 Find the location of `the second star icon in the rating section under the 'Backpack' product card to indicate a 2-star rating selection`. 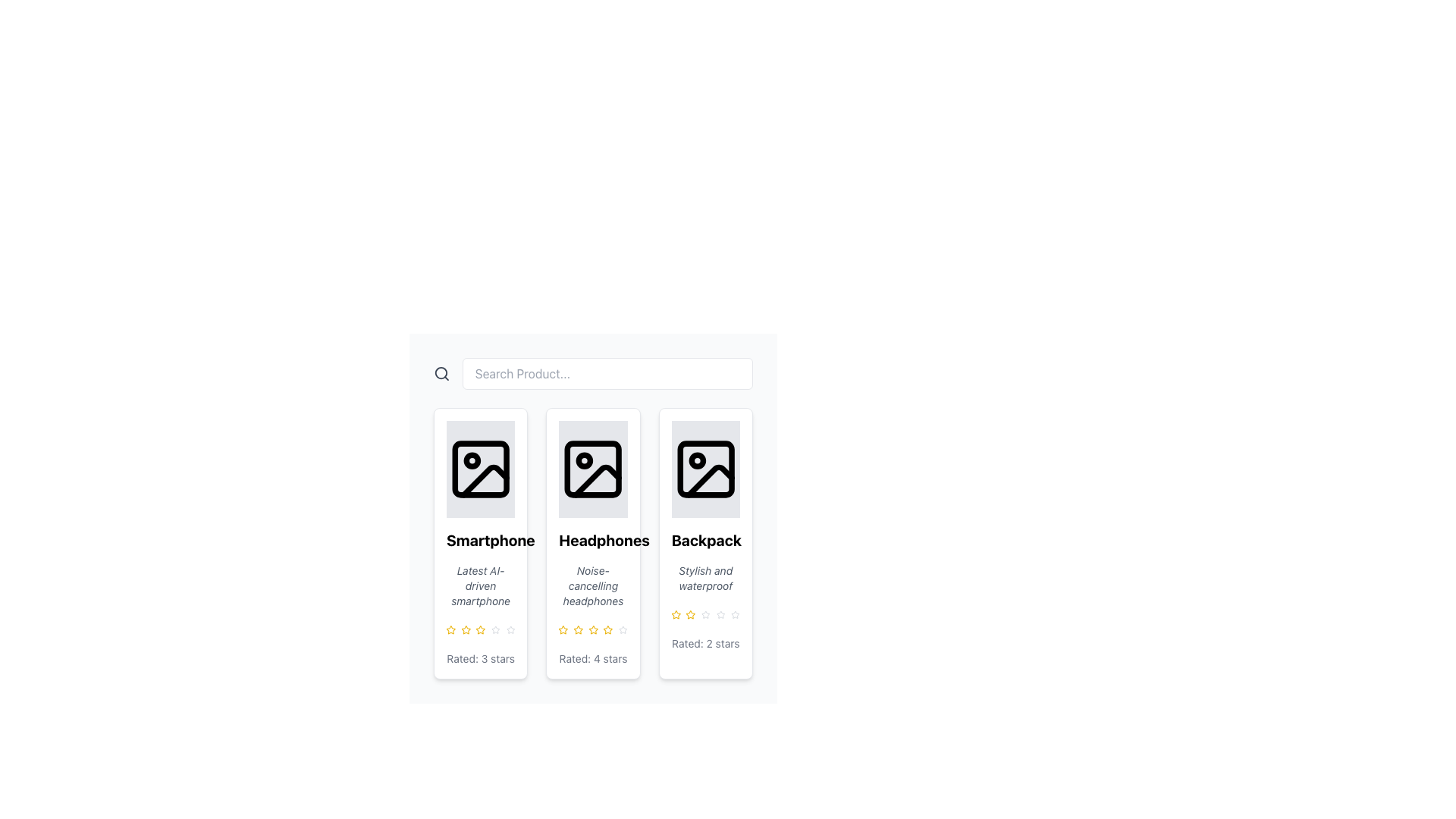

the second star icon in the rating section under the 'Backpack' product card to indicate a 2-star rating selection is located at coordinates (690, 614).